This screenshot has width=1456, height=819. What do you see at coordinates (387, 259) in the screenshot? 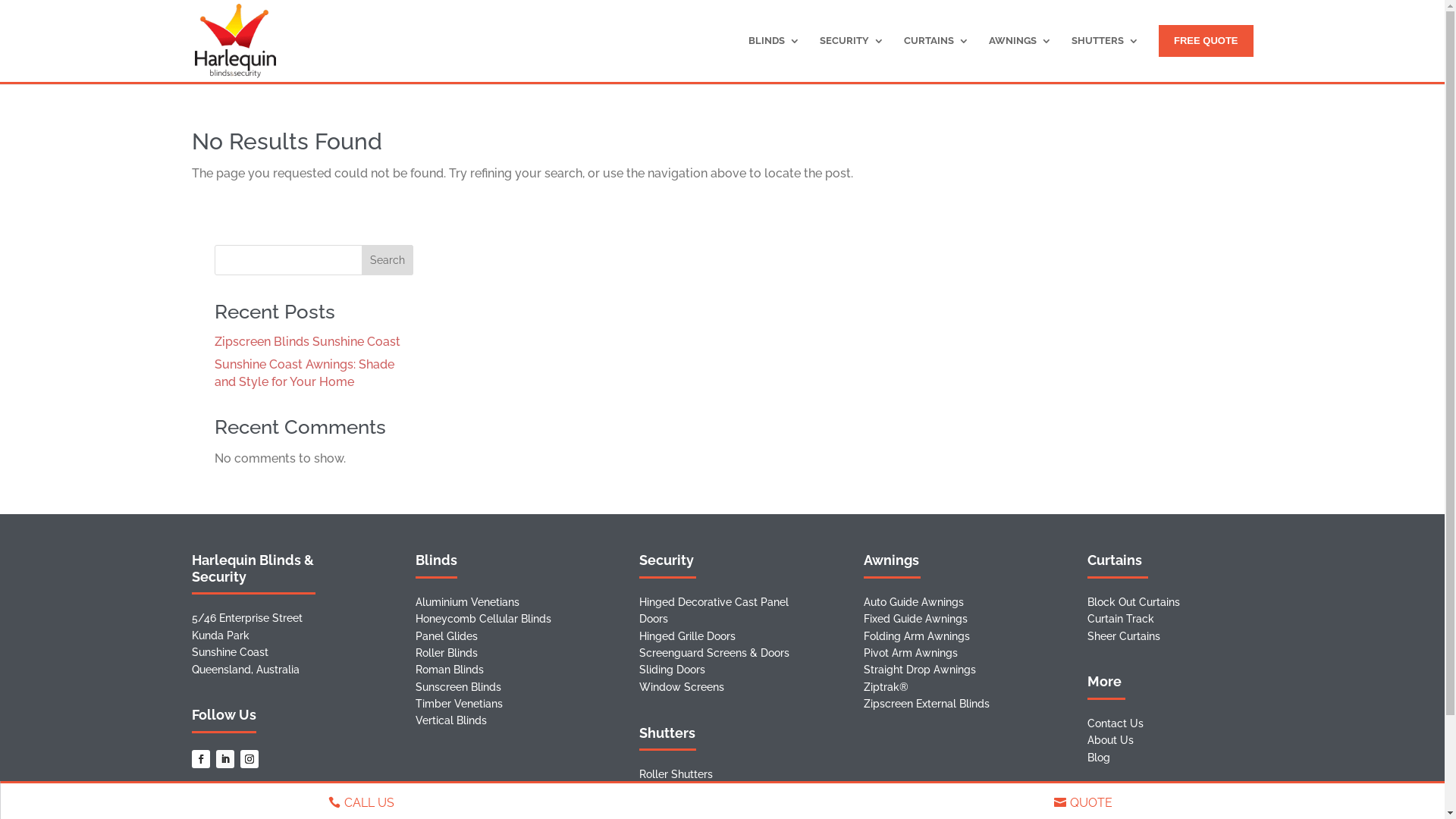
I see `'Search'` at bounding box center [387, 259].